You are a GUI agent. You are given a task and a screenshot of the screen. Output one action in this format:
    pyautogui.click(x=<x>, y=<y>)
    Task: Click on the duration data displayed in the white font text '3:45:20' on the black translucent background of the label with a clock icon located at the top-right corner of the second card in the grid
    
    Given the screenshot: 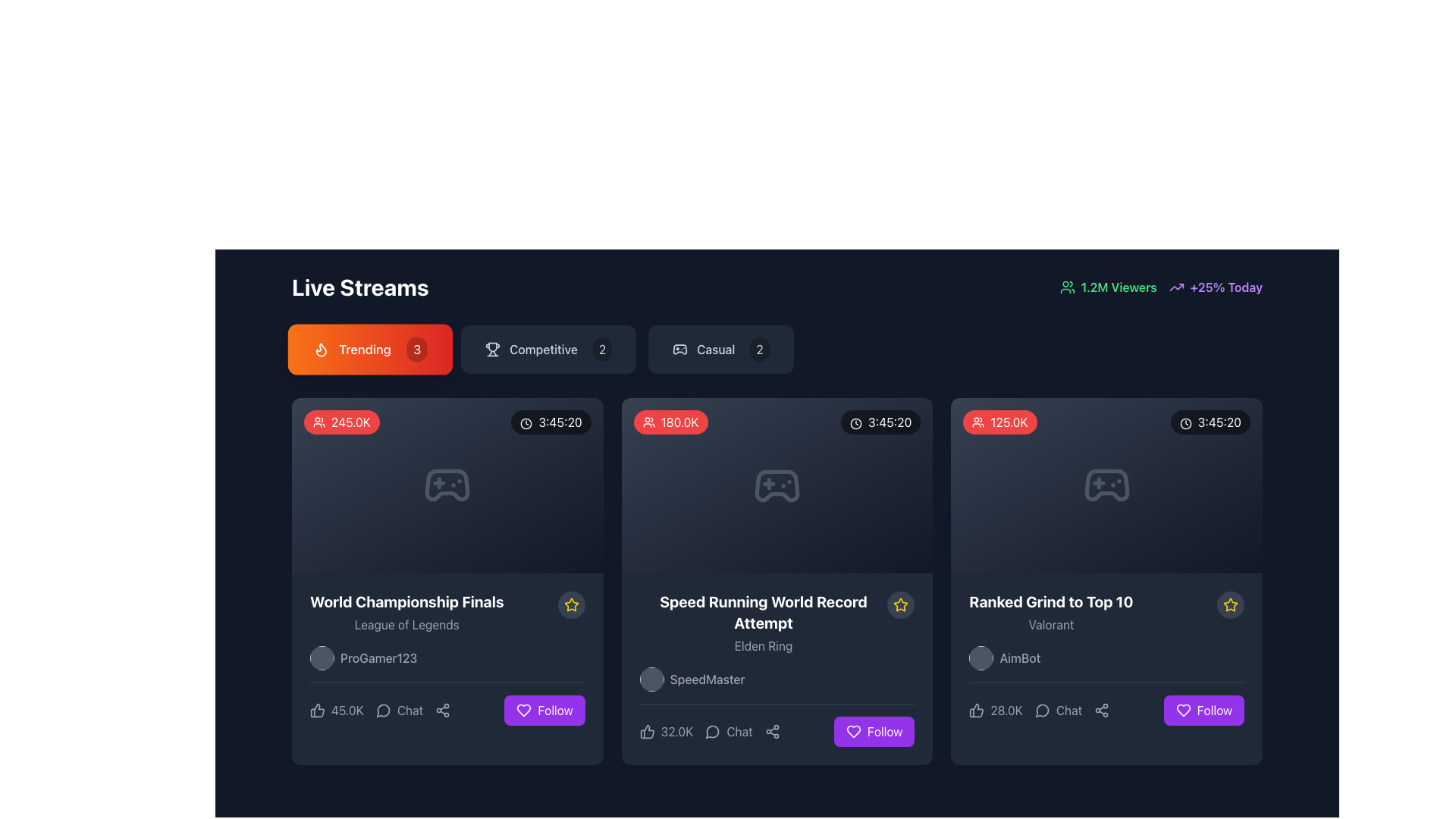 What is the action you would take?
    pyautogui.click(x=880, y=422)
    